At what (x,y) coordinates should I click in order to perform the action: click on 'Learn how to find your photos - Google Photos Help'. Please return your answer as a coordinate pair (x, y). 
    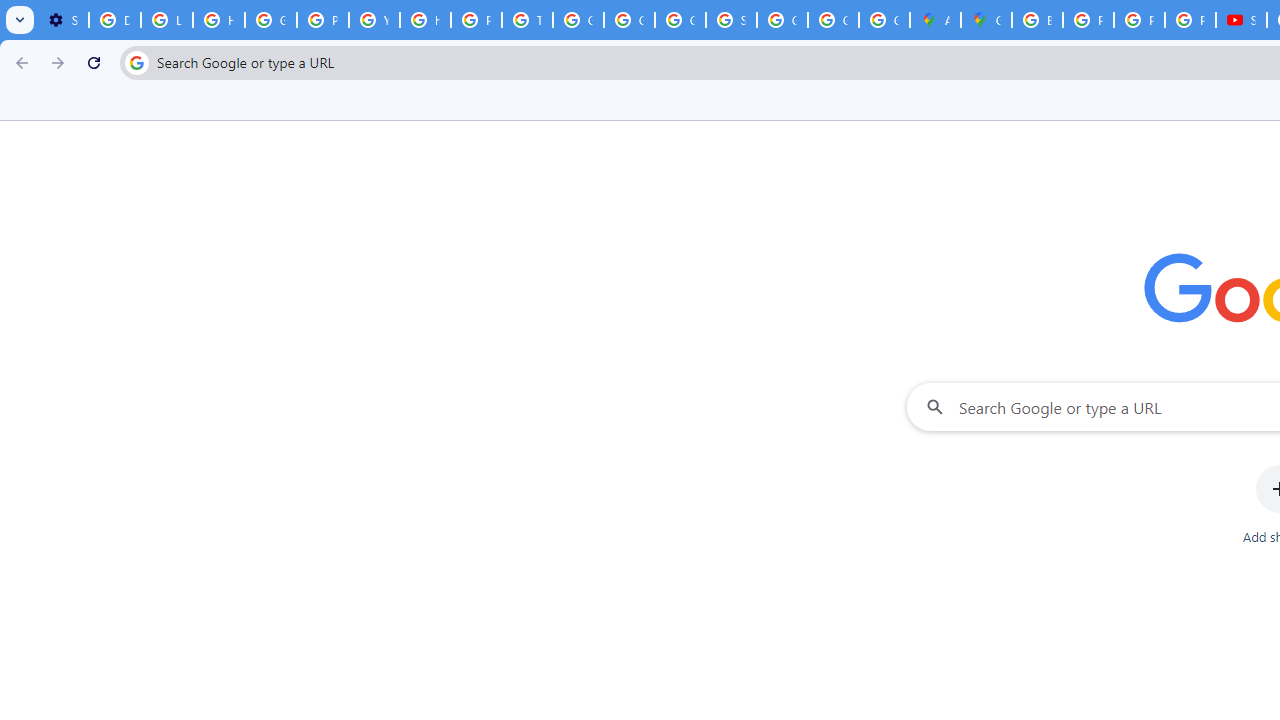
    Looking at the image, I should click on (167, 20).